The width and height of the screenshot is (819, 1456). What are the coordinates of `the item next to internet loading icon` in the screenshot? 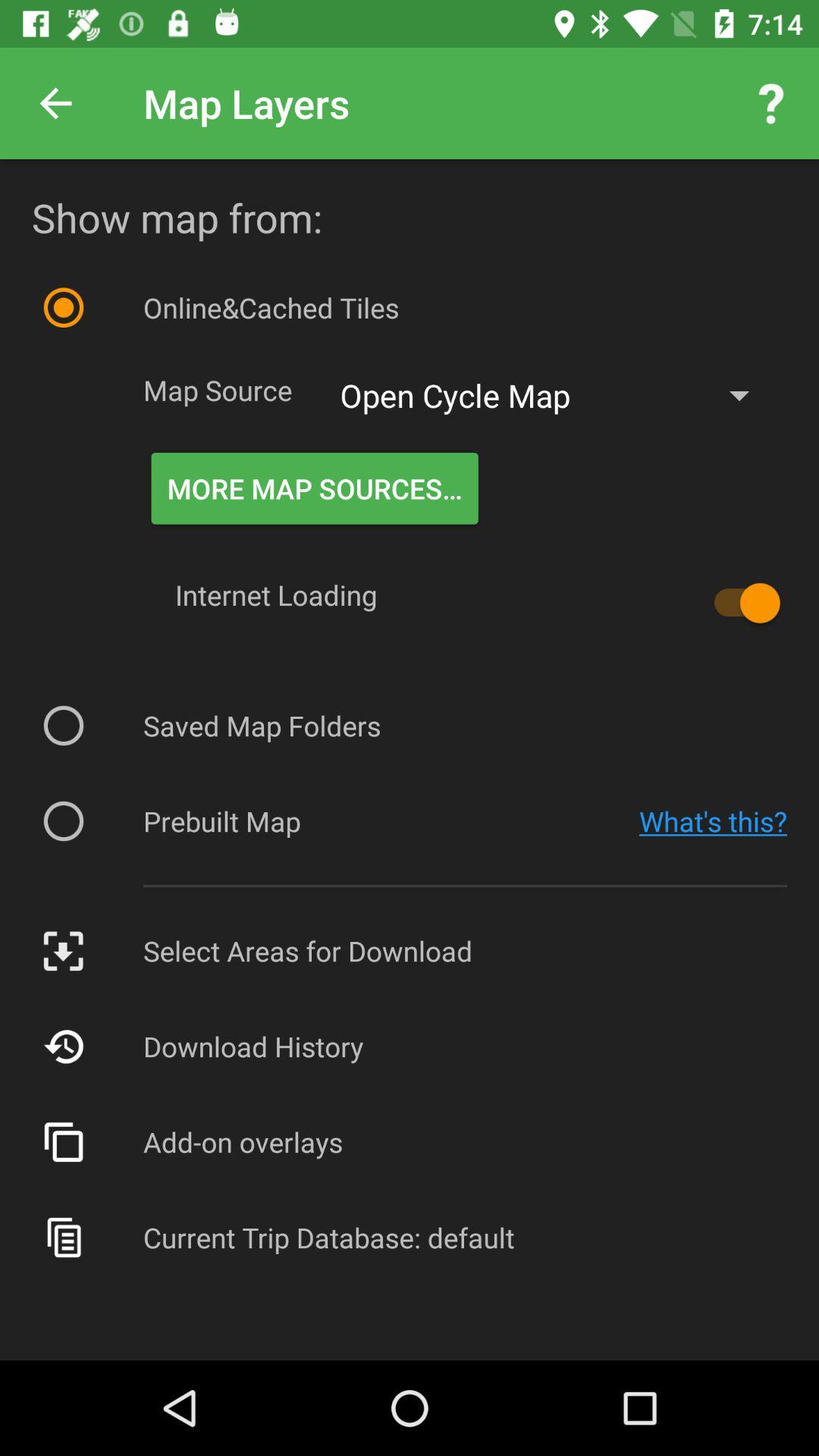 It's located at (739, 602).